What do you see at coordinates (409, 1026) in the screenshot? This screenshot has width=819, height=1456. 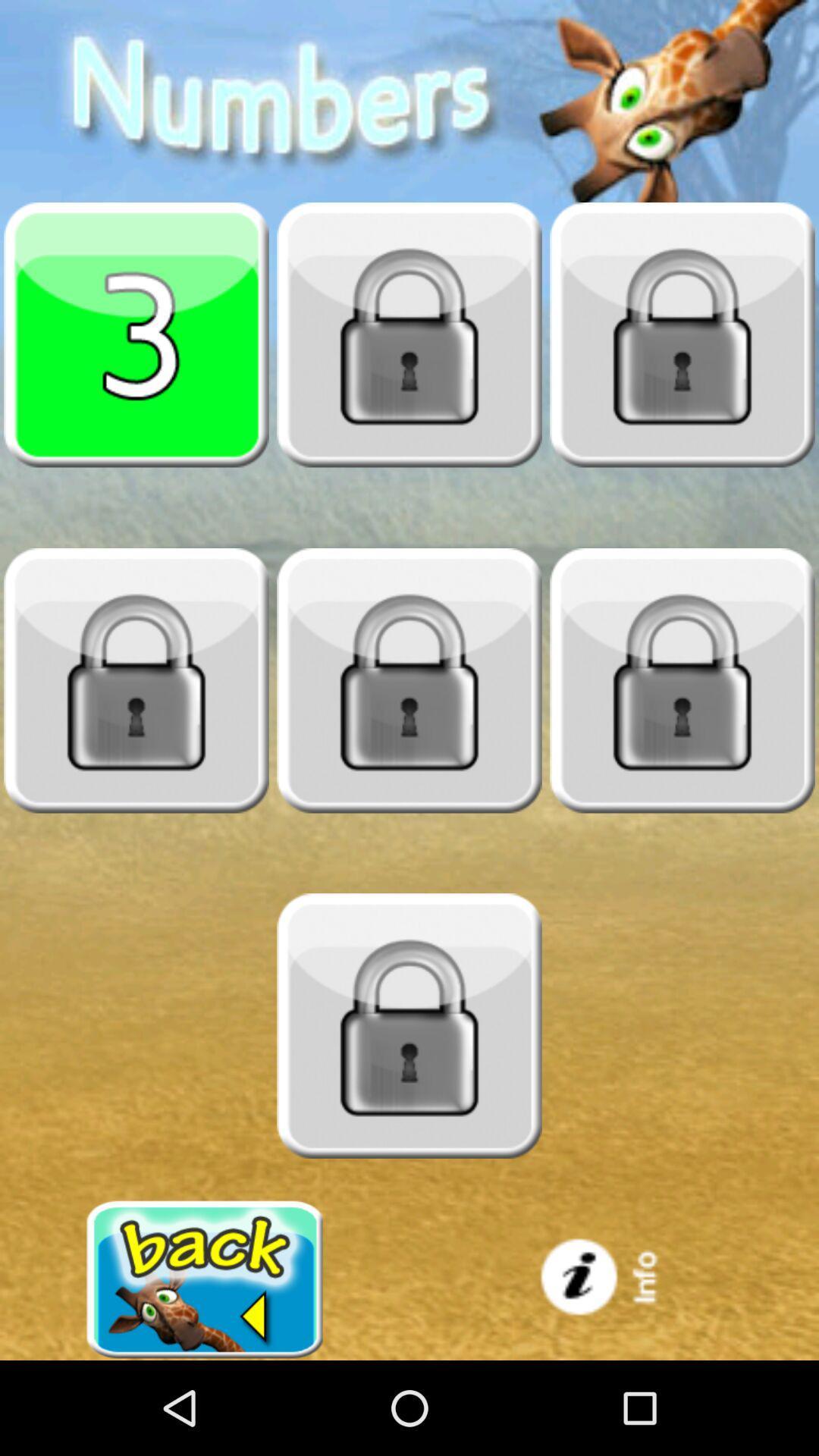 I see `unlock item` at bounding box center [409, 1026].